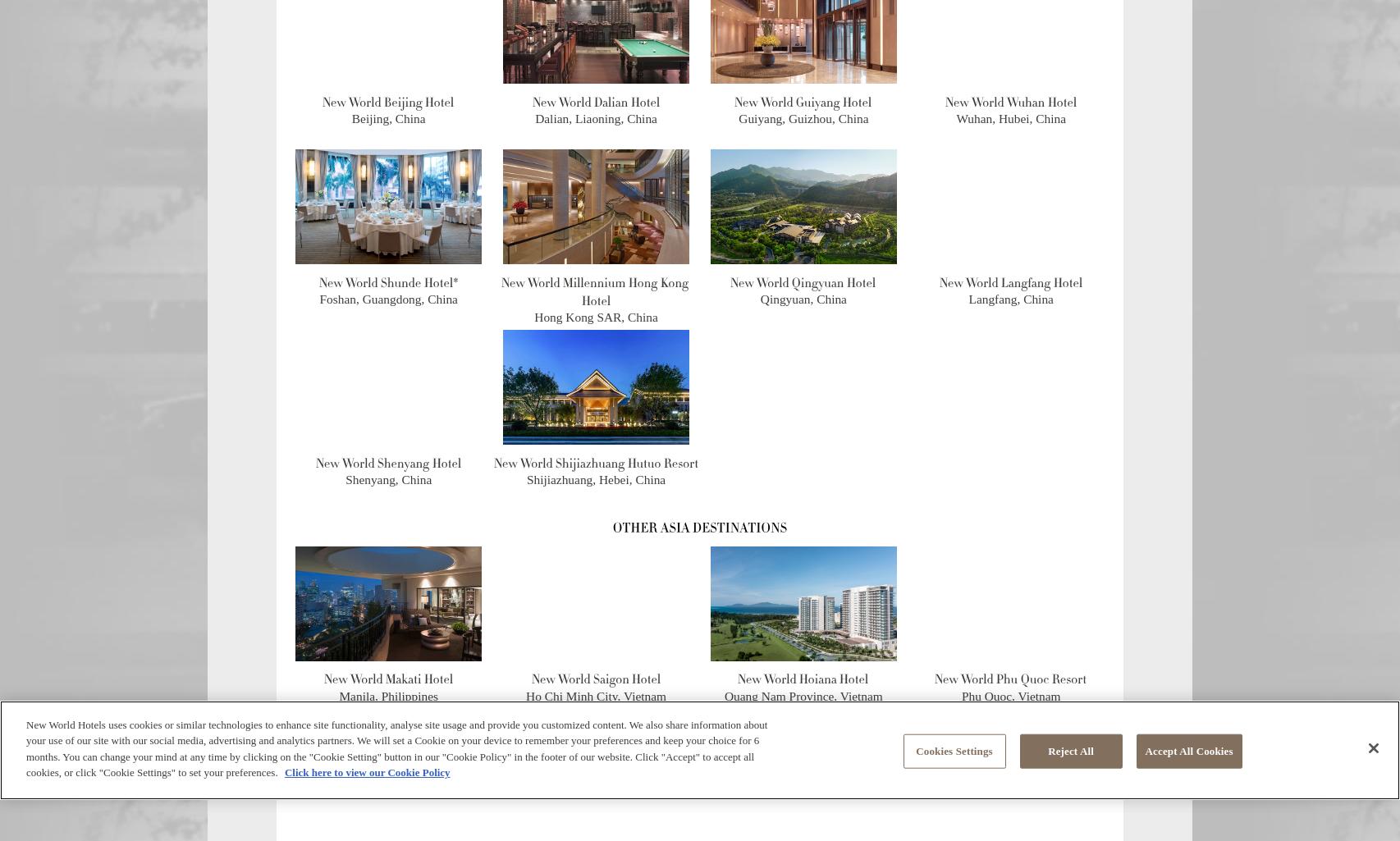 The image size is (1400, 841). What do you see at coordinates (760, 298) in the screenshot?
I see `'Qingyuan, China'` at bounding box center [760, 298].